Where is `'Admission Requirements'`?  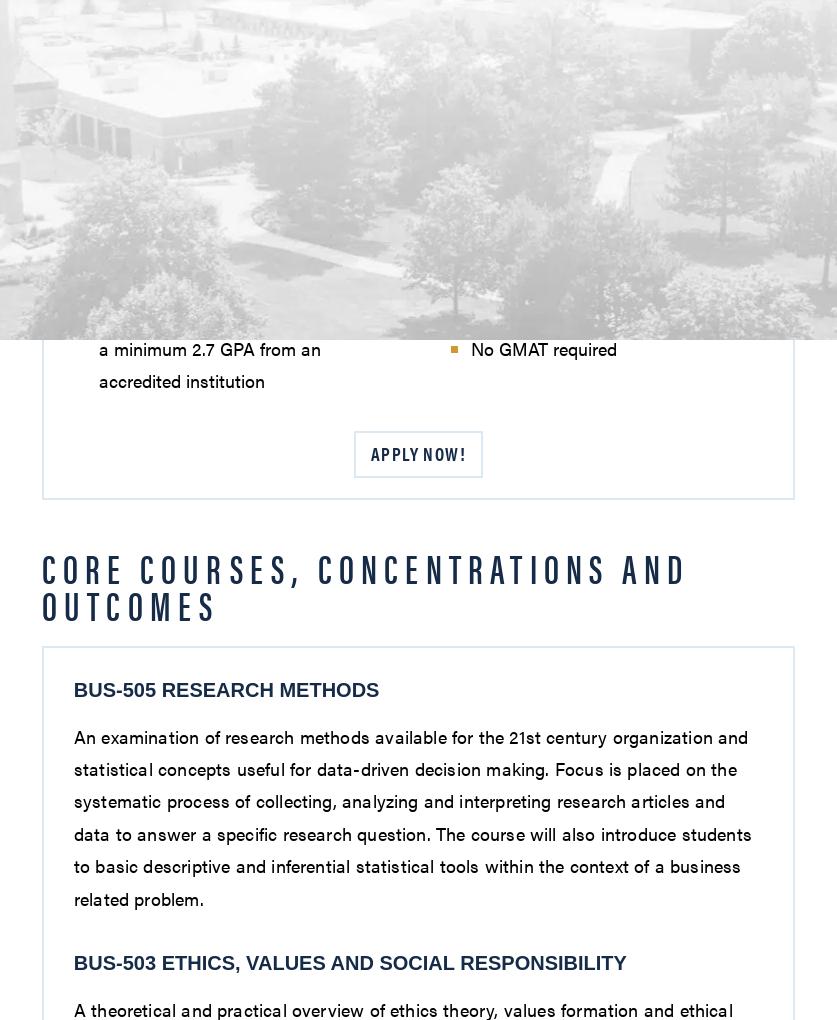
'Admission Requirements' is located at coordinates (210, 131).